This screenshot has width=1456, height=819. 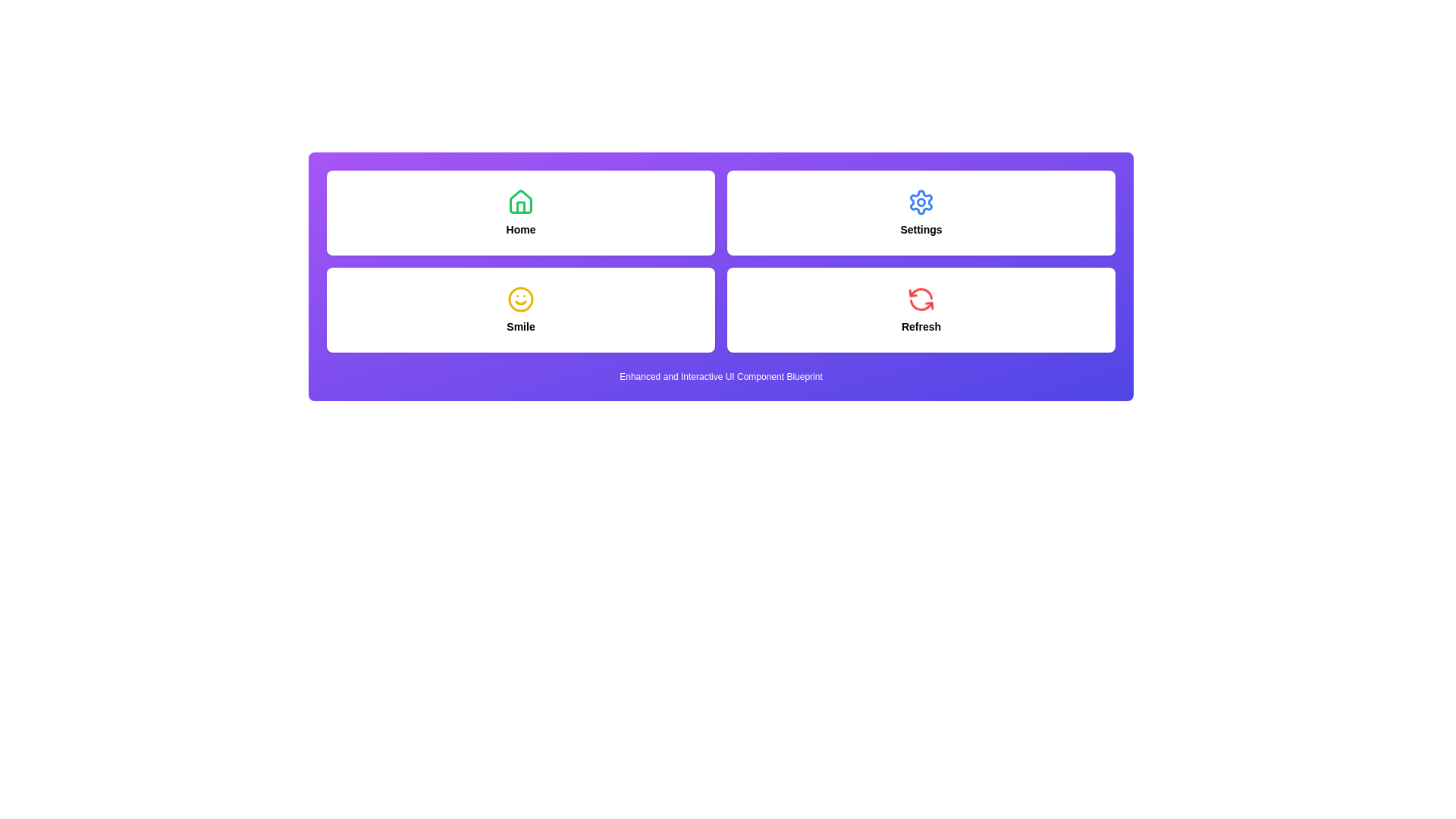 What do you see at coordinates (520, 309) in the screenshot?
I see `the 'Smile' button located` at bounding box center [520, 309].